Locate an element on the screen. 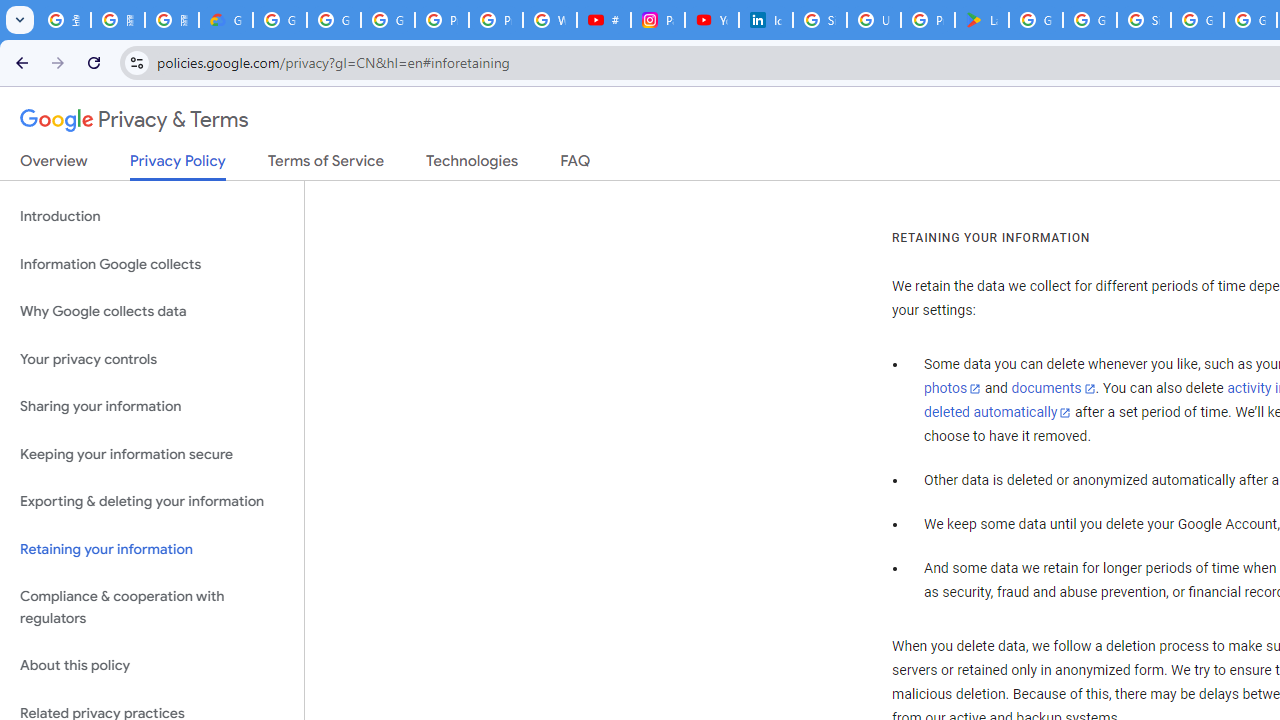  'Exporting & deleting your information' is located at coordinates (151, 501).